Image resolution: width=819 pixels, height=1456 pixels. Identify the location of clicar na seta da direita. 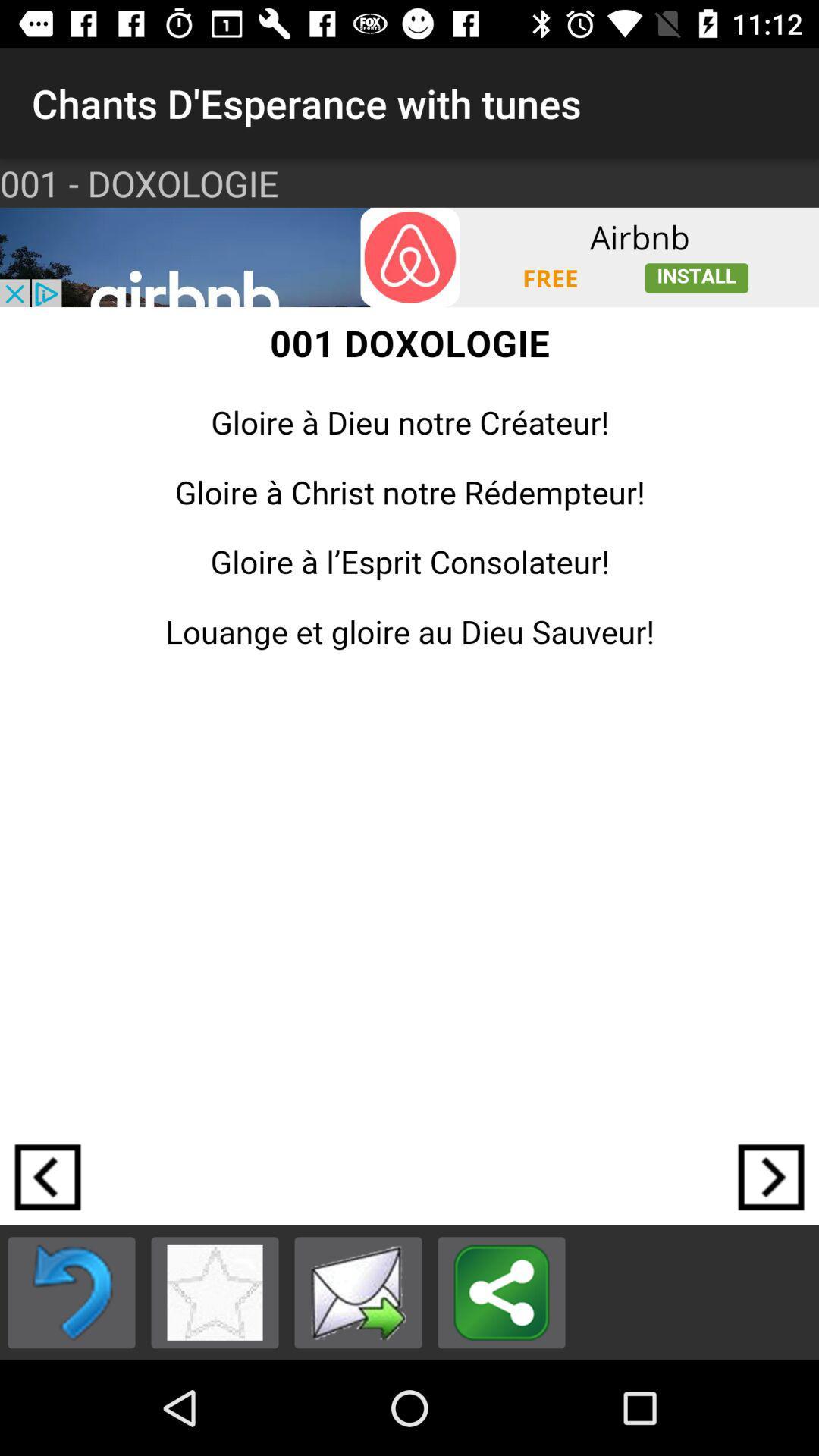
(771, 1176).